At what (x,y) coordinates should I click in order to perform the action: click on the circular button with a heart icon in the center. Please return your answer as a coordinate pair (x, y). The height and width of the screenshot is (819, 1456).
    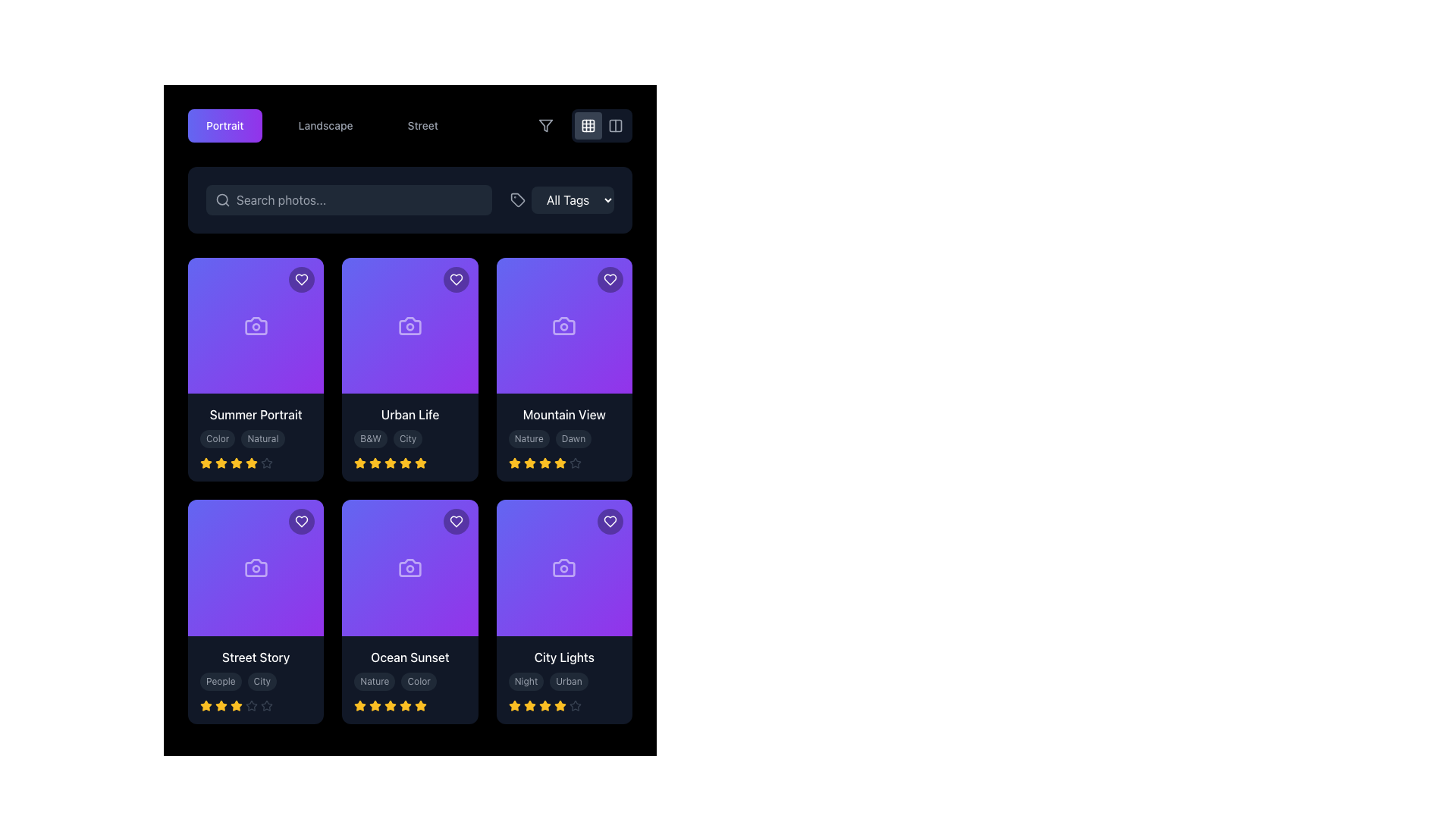
    Looking at the image, I should click on (455, 280).